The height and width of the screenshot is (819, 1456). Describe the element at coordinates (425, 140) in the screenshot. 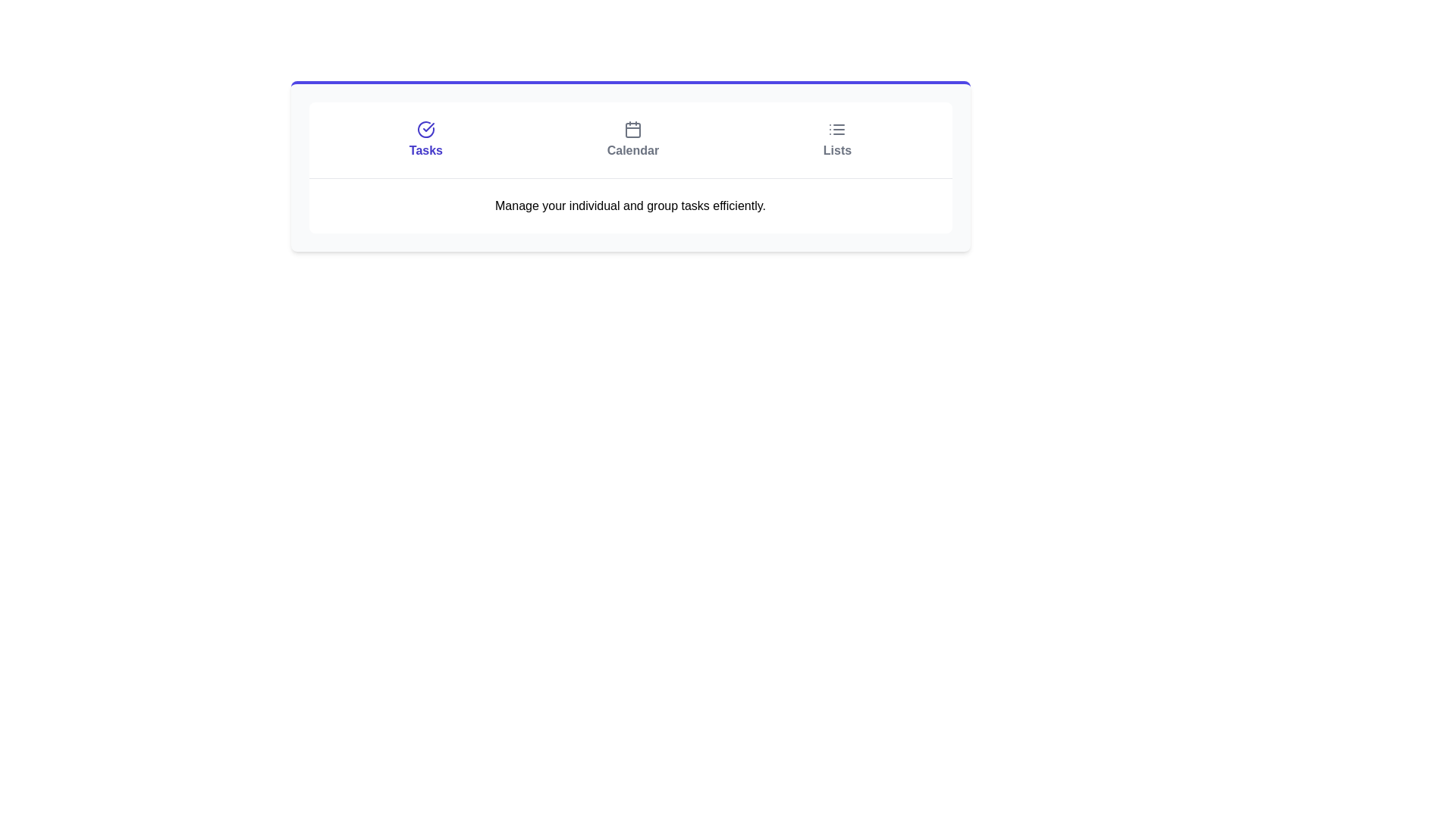

I see `the blue checkmark button in the navigation bar above the 'Tasks' label to indicate interactivity` at that location.